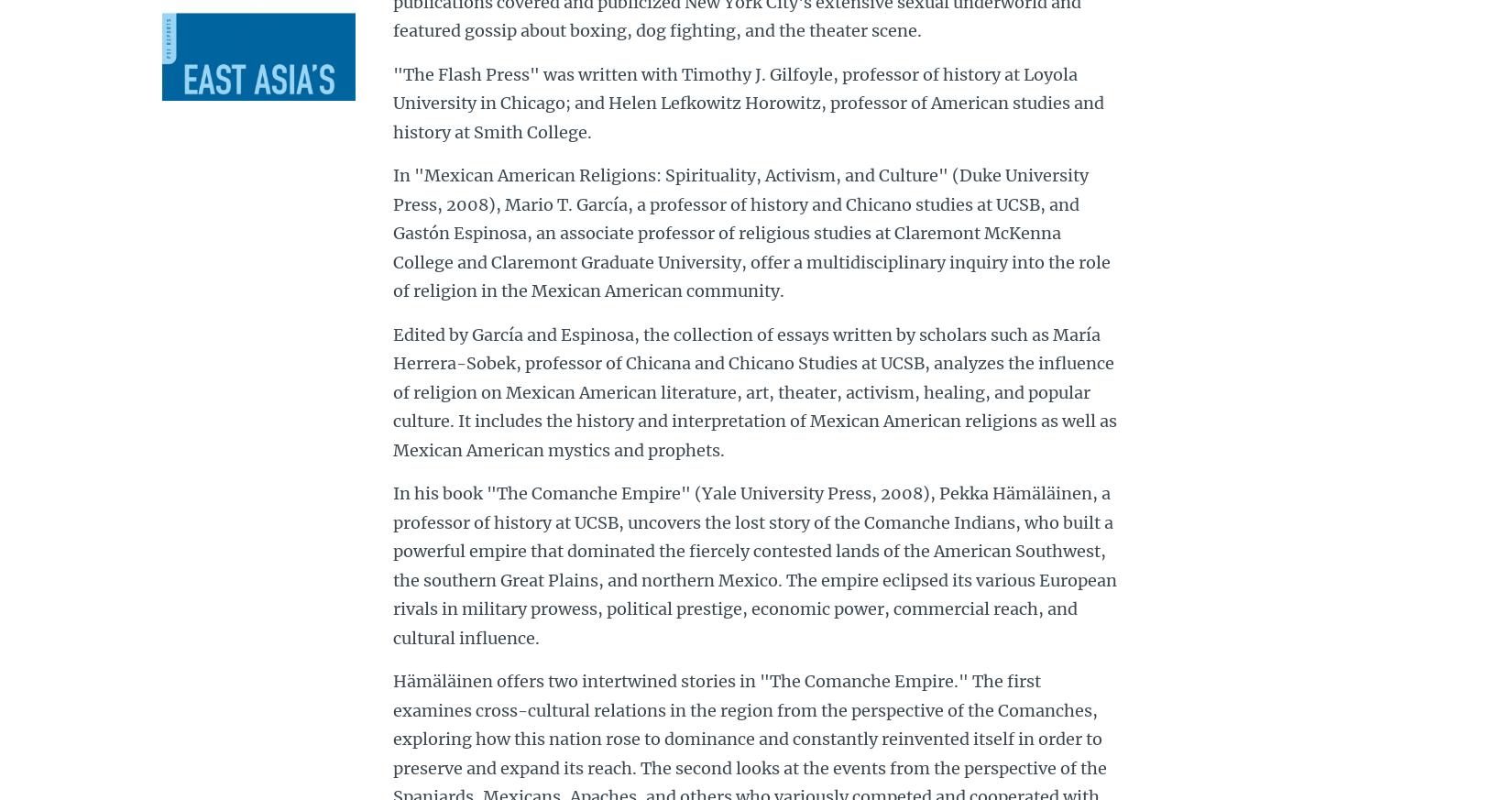 The height and width of the screenshot is (800, 1512). I want to click on 'Related Stories', so click(225, 251).